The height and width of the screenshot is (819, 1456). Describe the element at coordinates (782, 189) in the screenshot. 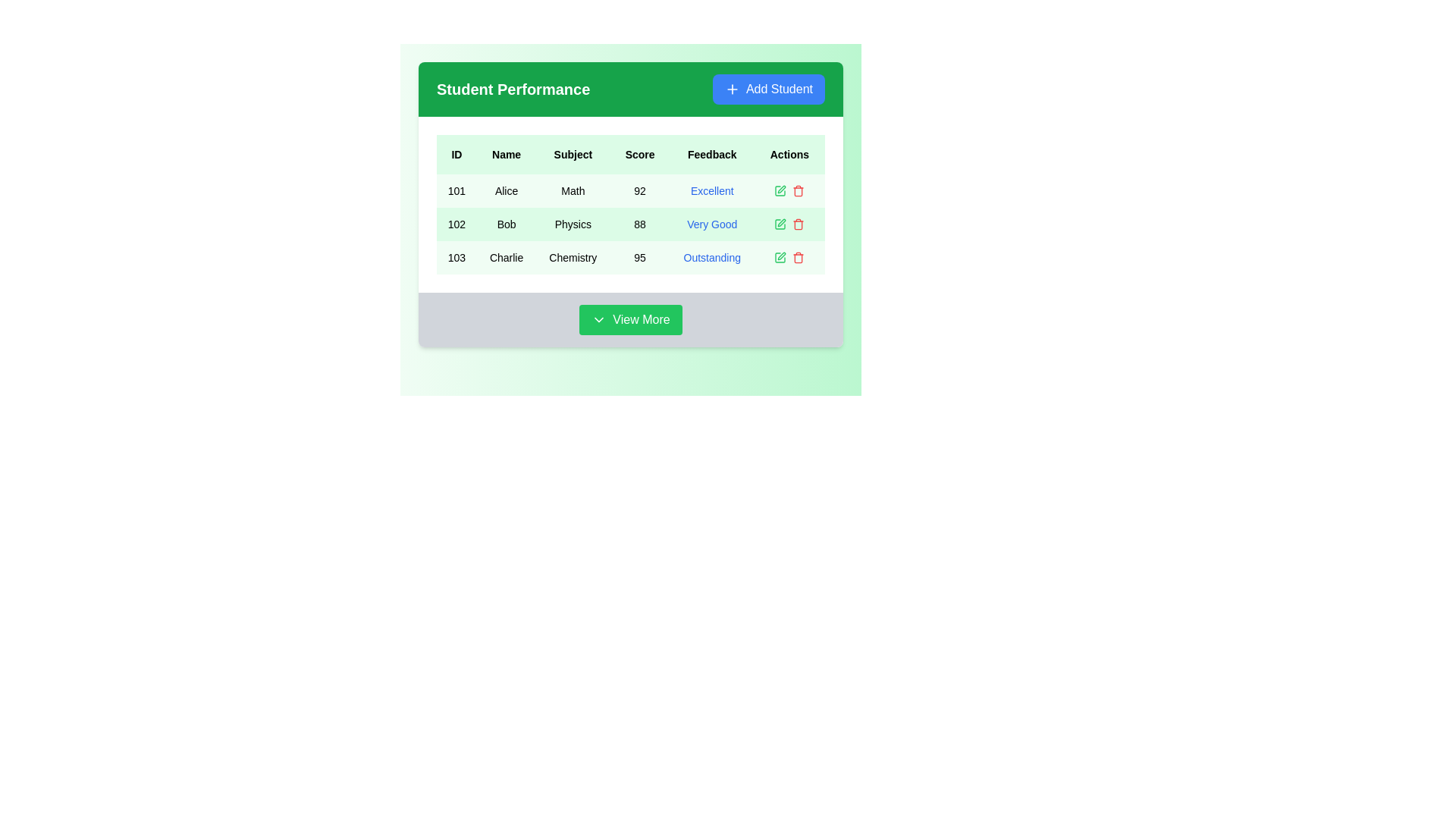

I see `the edit icon button in the 'Actions' column of the last row associated with the 'Charlie' entry` at that location.